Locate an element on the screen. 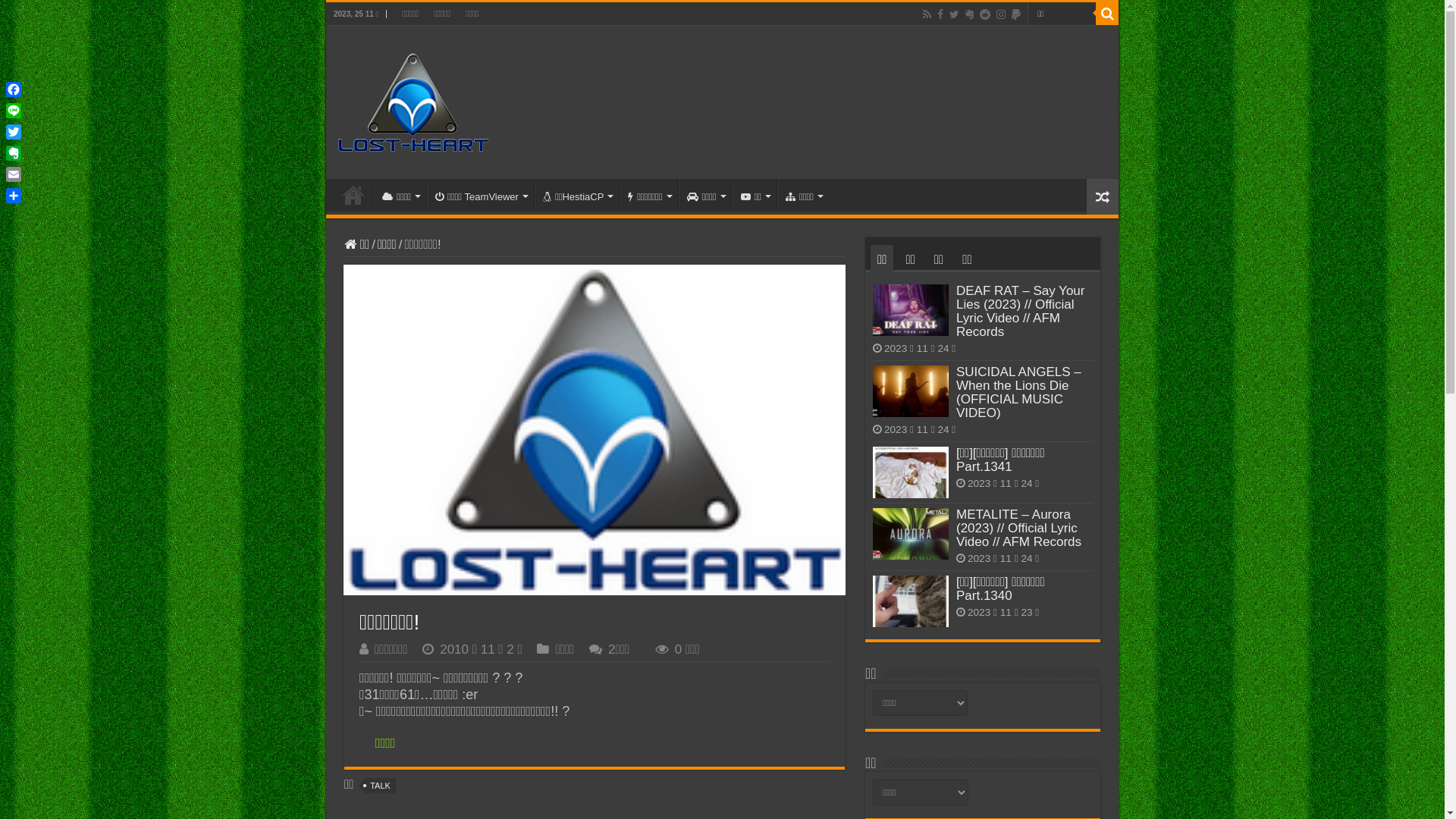  'Facebook' is located at coordinates (14, 89).